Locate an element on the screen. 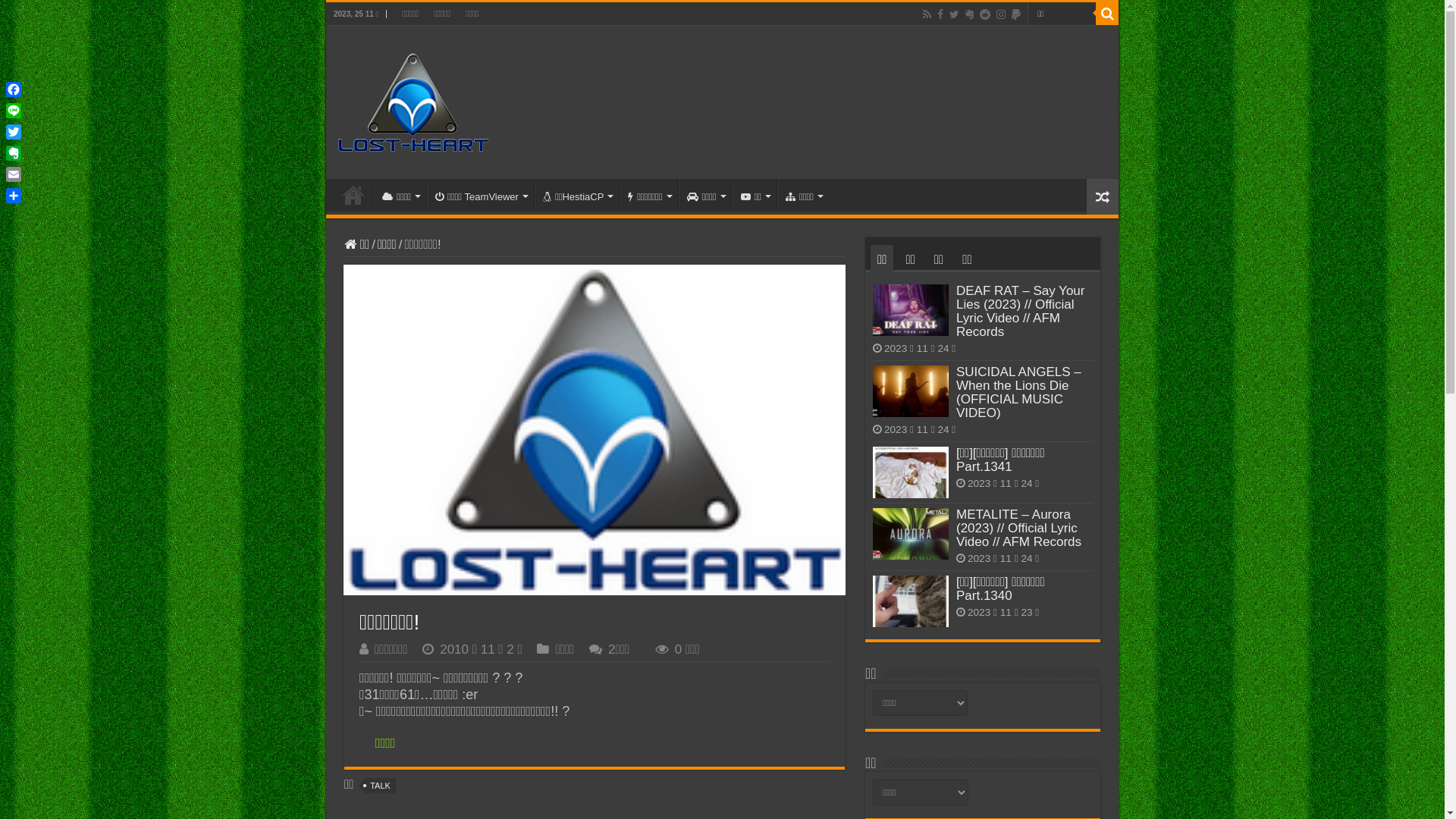  'Facebook' is located at coordinates (14, 89).